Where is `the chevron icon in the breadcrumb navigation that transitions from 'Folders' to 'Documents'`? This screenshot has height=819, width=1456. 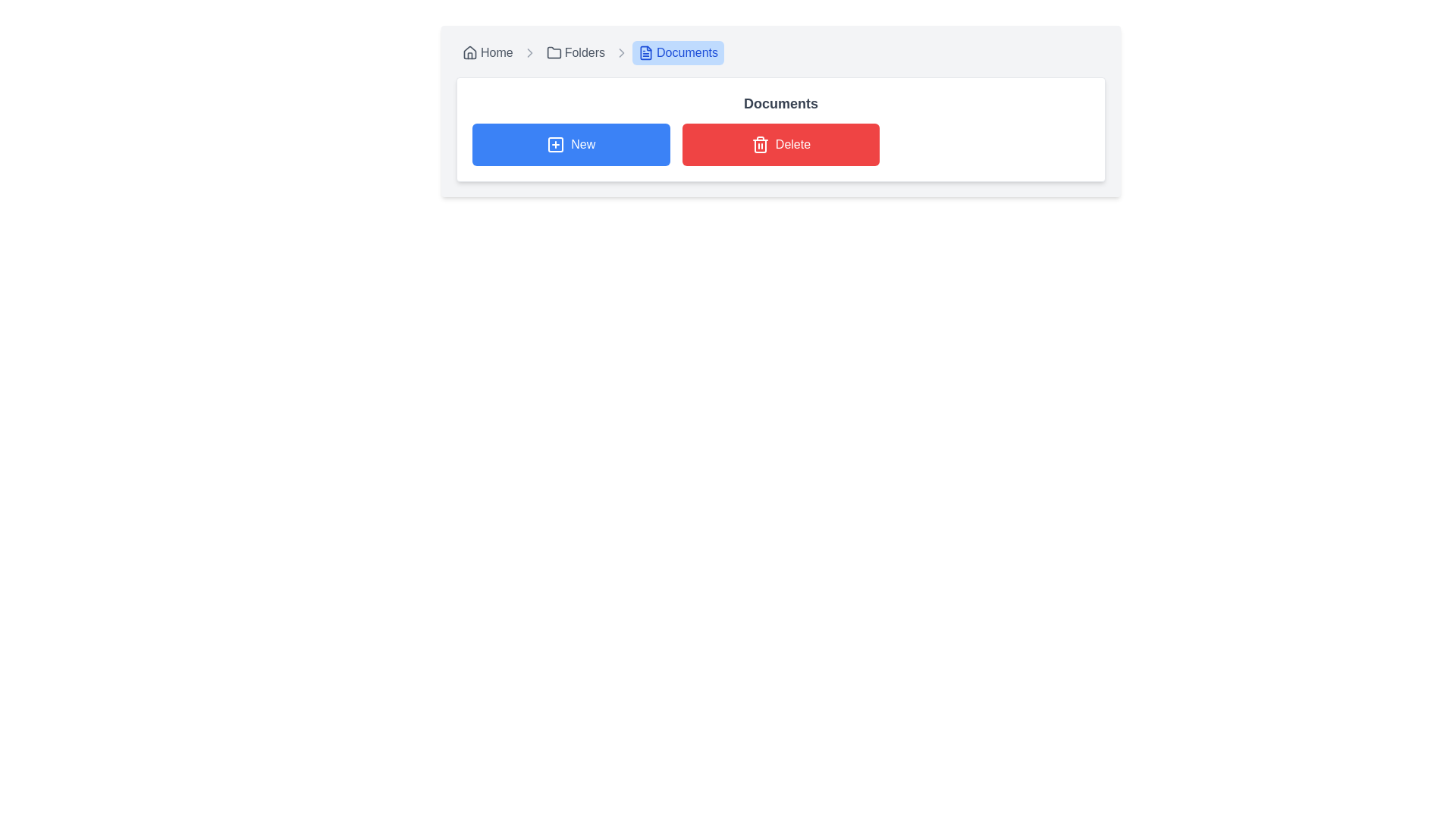 the chevron icon in the breadcrumb navigation that transitions from 'Folders' to 'Documents' is located at coordinates (622, 52).